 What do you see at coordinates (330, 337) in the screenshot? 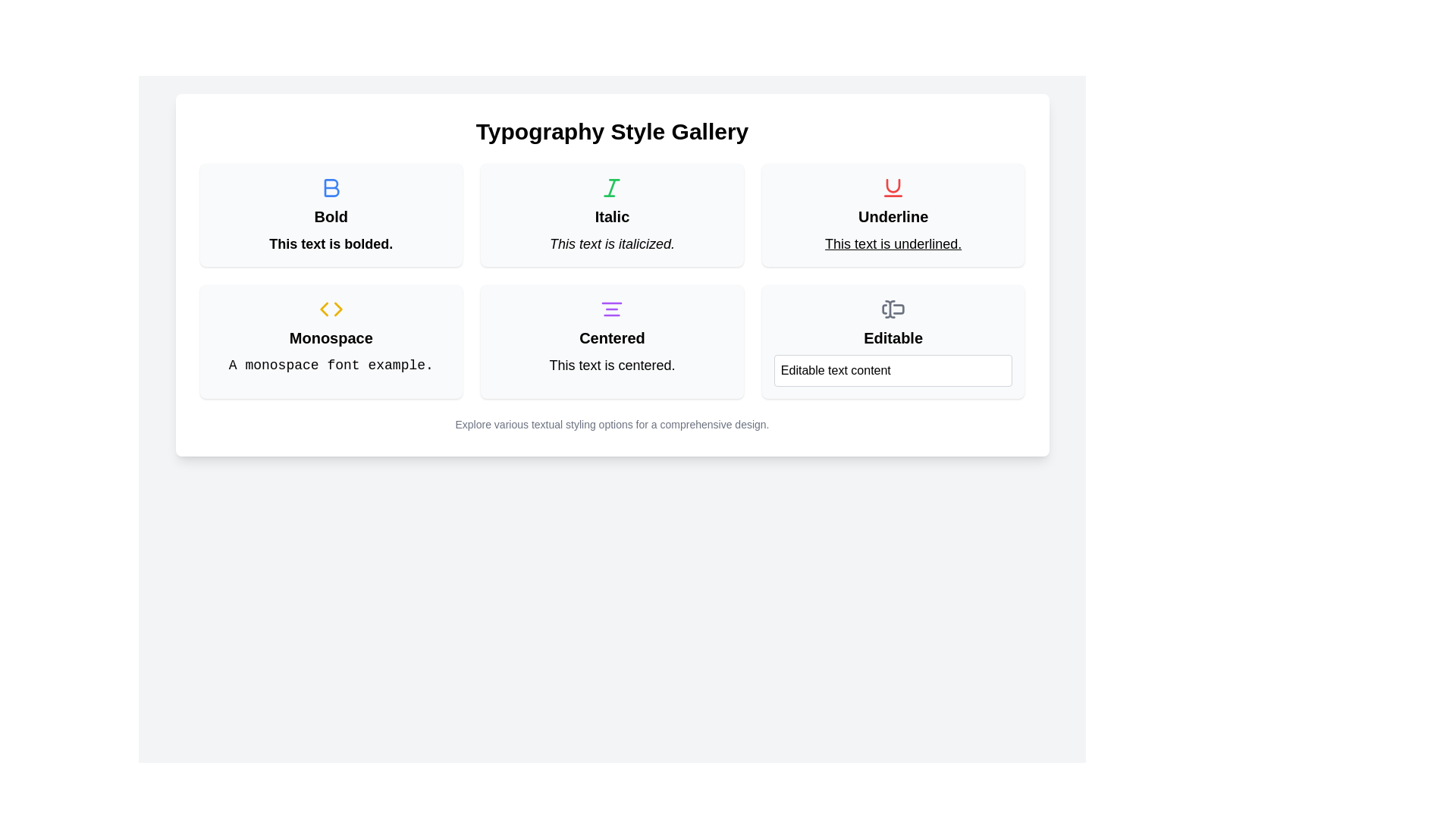
I see `'Monospace' text label, which is styled in a bold and large font, located in the lower-left card of a 2x3 grid, positioned above a descriptive text and below a coding tags icon` at bounding box center [330, 337].